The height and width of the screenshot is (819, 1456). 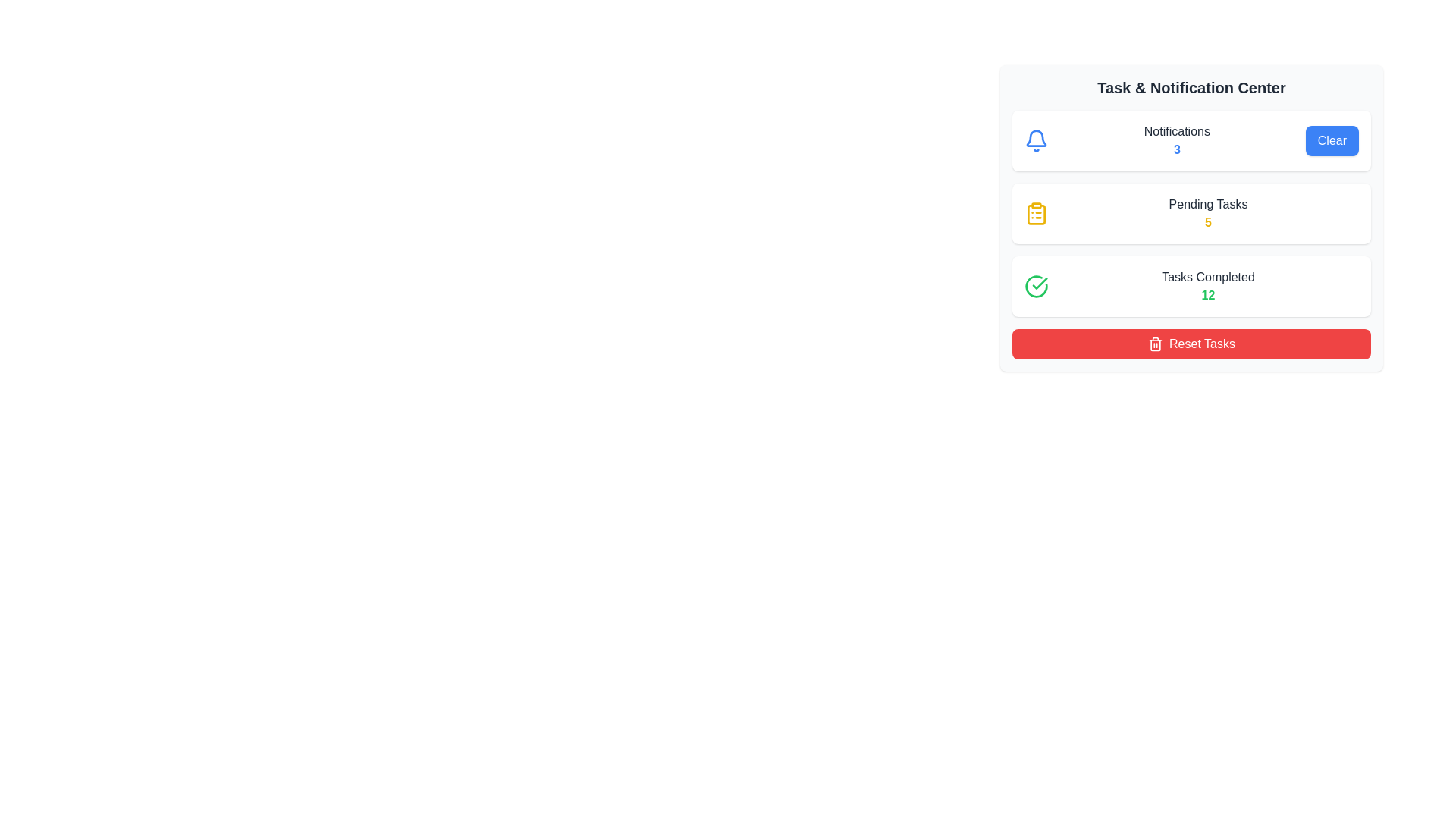 I want to click on the leftmost icon in the 'Notifications' section of the 'Task & Notification Center' card, which serves as a visual cue for notifications, so click(x=1036, y=140).